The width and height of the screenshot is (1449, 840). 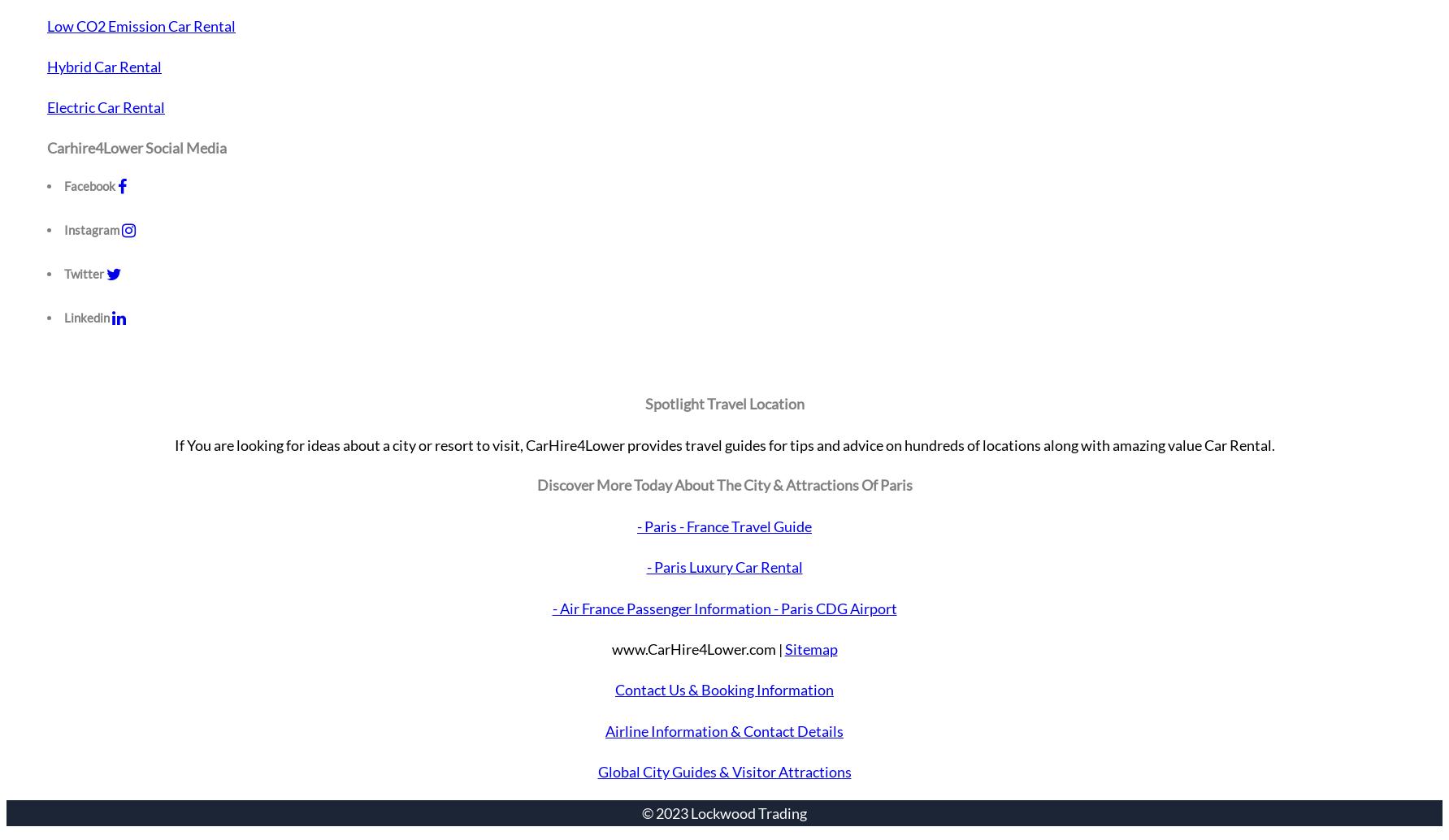 What do you see at coordinates (724, 689) in the screenshot?
I see `'Contact Us & Booking Information'` at bounding box center [724, 689].